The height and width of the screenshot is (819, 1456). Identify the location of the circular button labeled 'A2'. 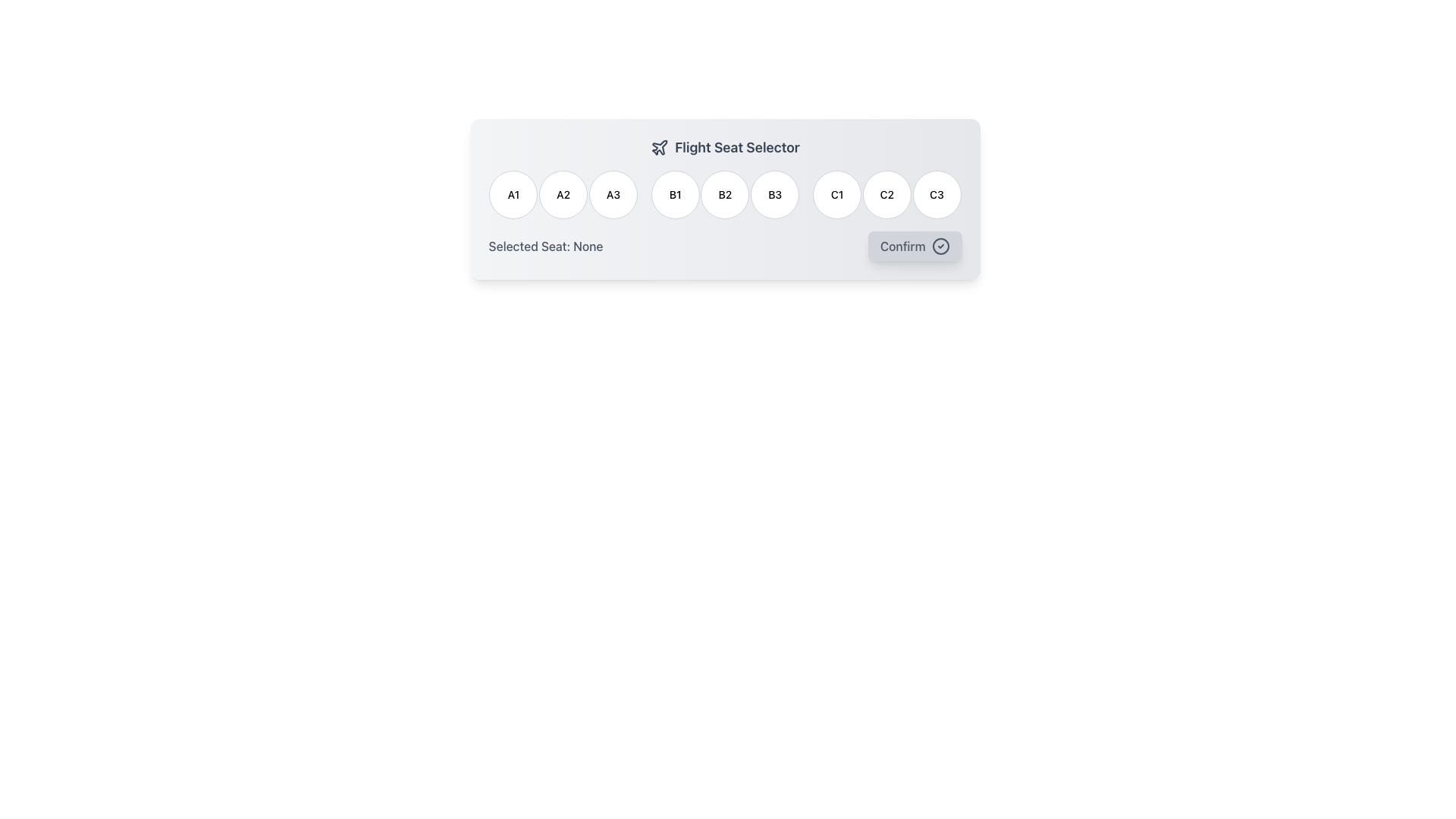
(563, 194).